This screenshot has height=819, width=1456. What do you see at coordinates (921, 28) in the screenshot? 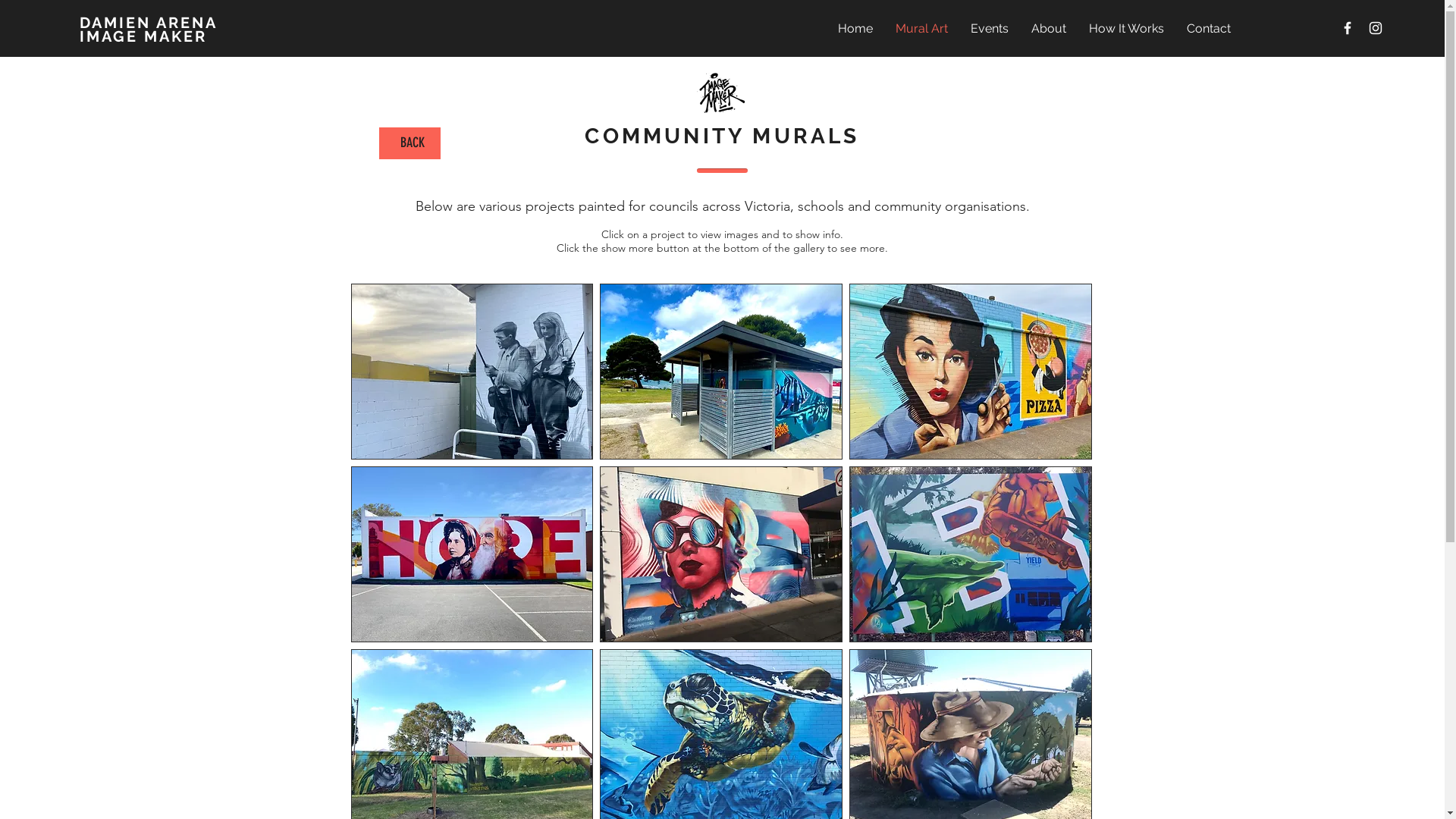
I see `'Mural Art'` at bounding box center [921, 28].